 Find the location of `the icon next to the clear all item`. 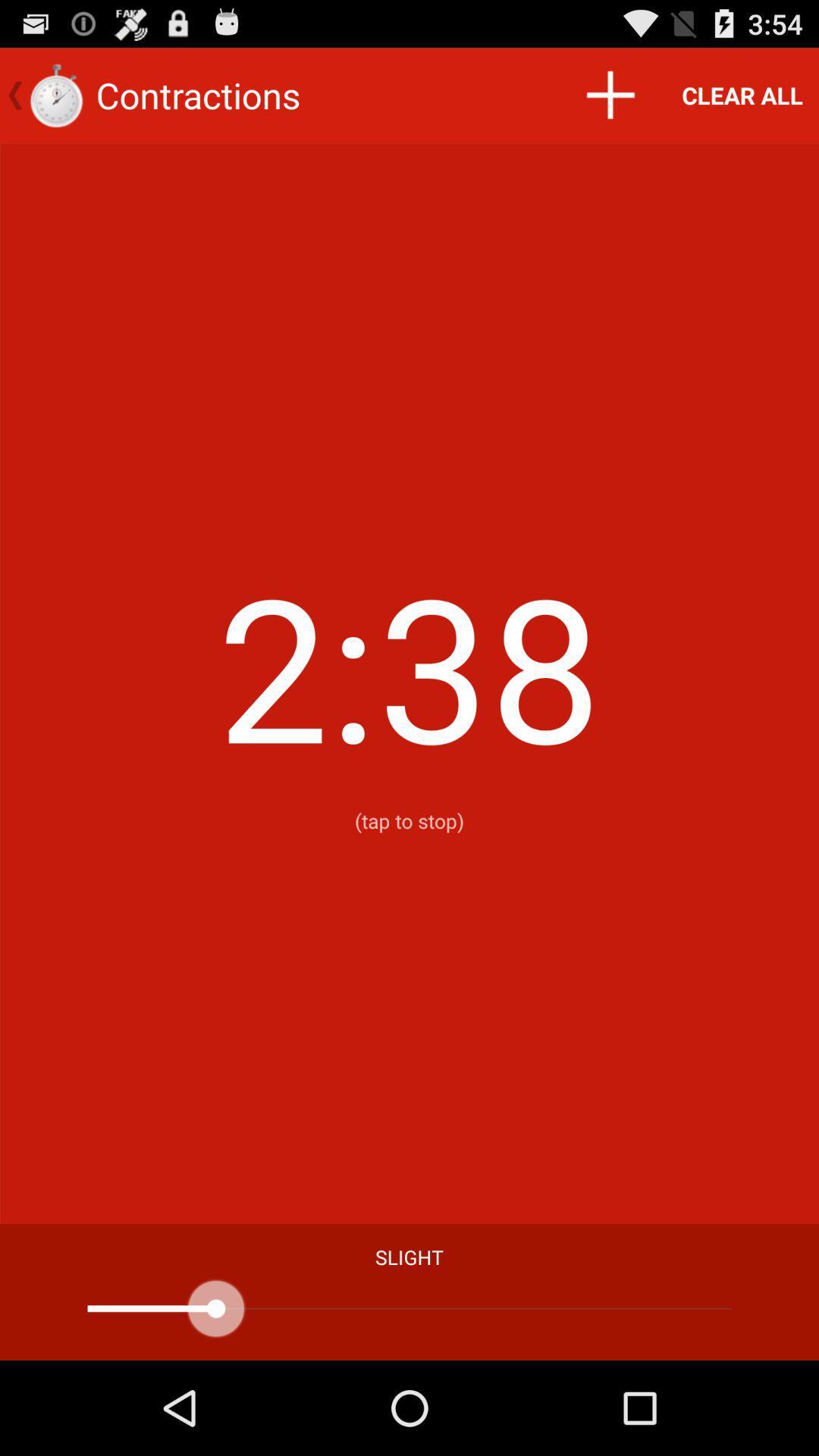

the icon next to the clear all item is located at coordinates (609, 94).